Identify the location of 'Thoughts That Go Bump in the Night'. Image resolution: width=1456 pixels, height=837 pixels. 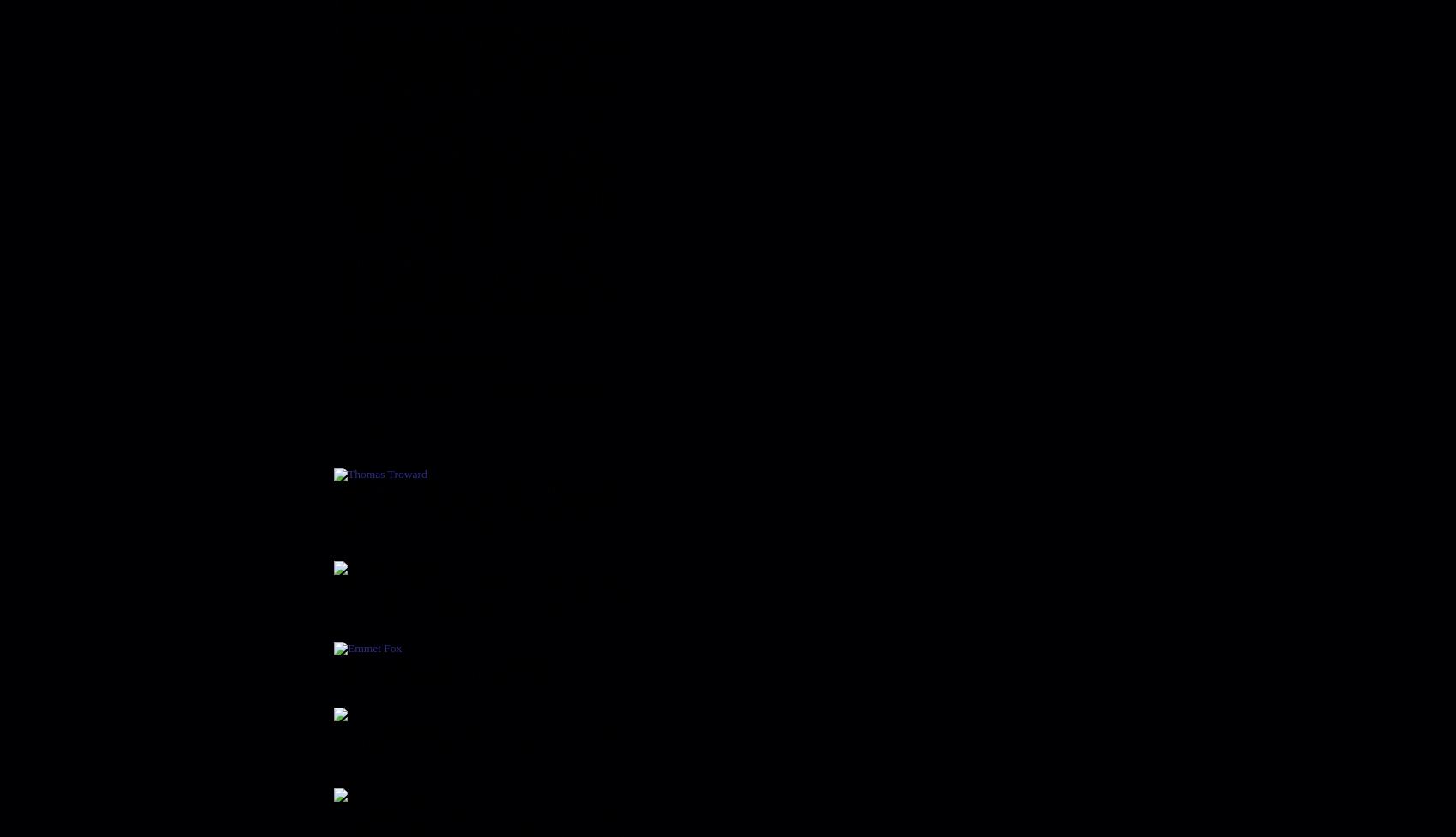
(455, 415).